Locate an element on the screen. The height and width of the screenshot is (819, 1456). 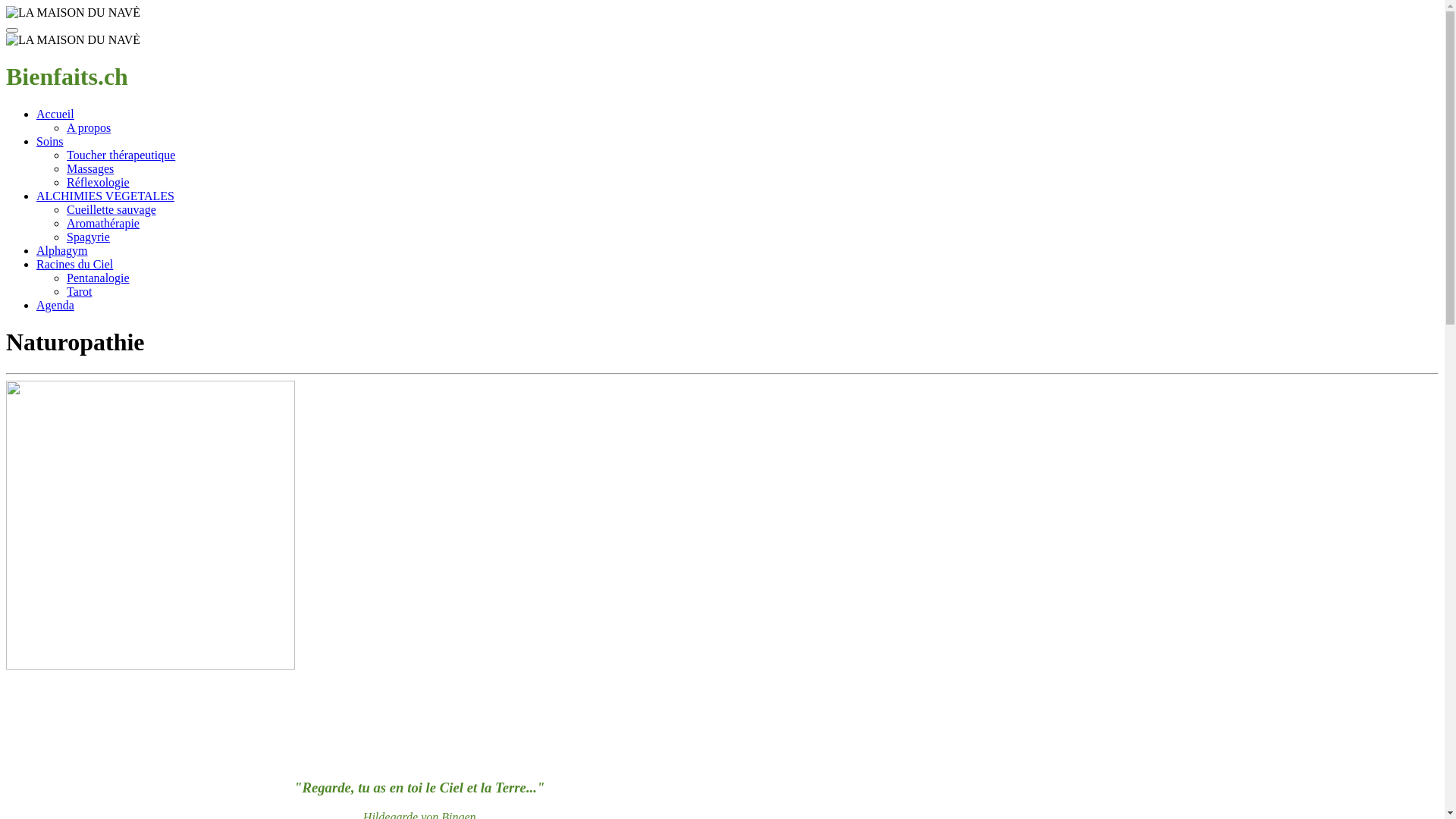
'Cueillette sauvage' is located at coordinates (111, 209).